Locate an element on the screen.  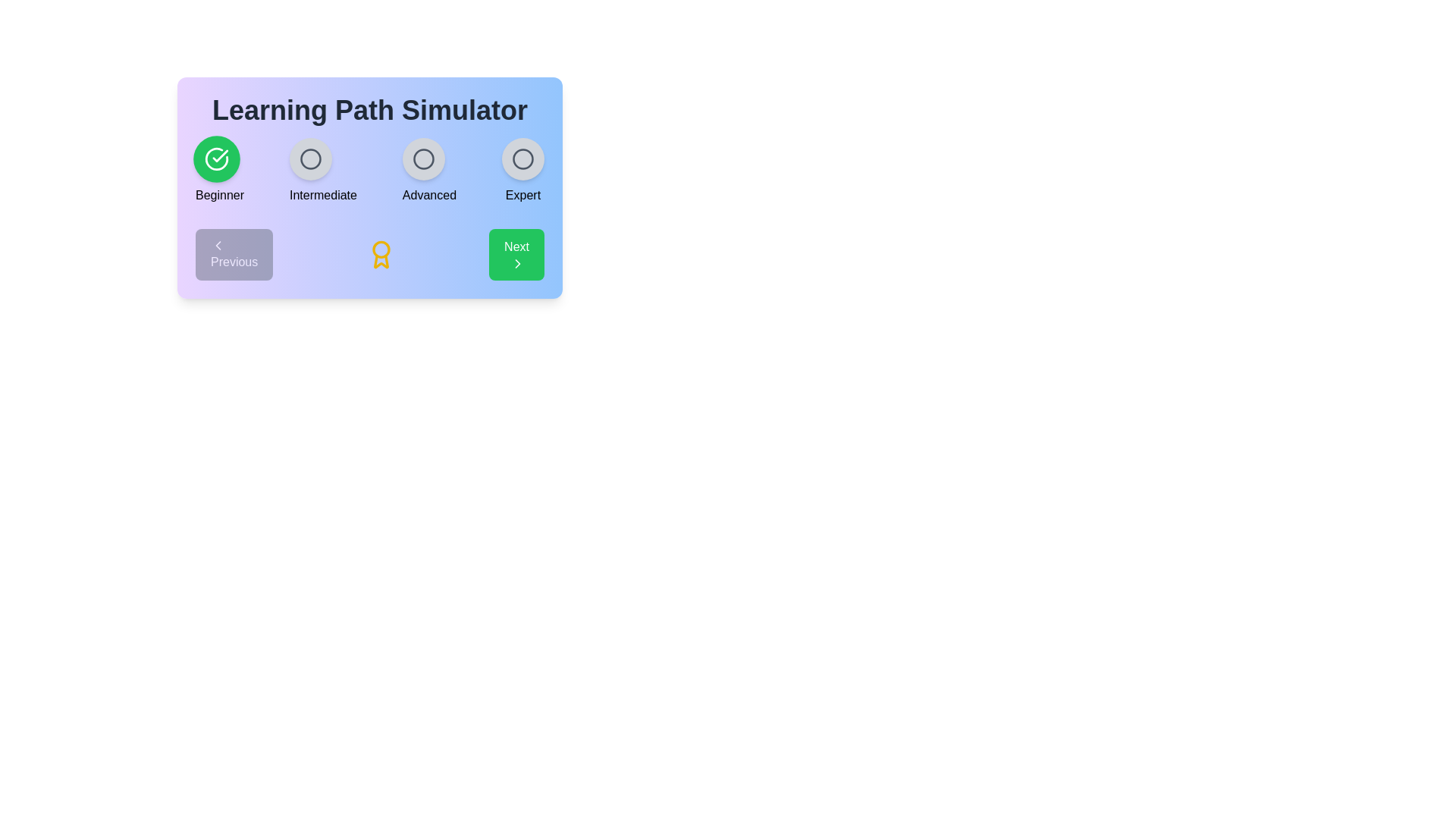
the circular status icon labeled 'Beginner' with a green background and white checkmark is located at coordinates (219, 171).